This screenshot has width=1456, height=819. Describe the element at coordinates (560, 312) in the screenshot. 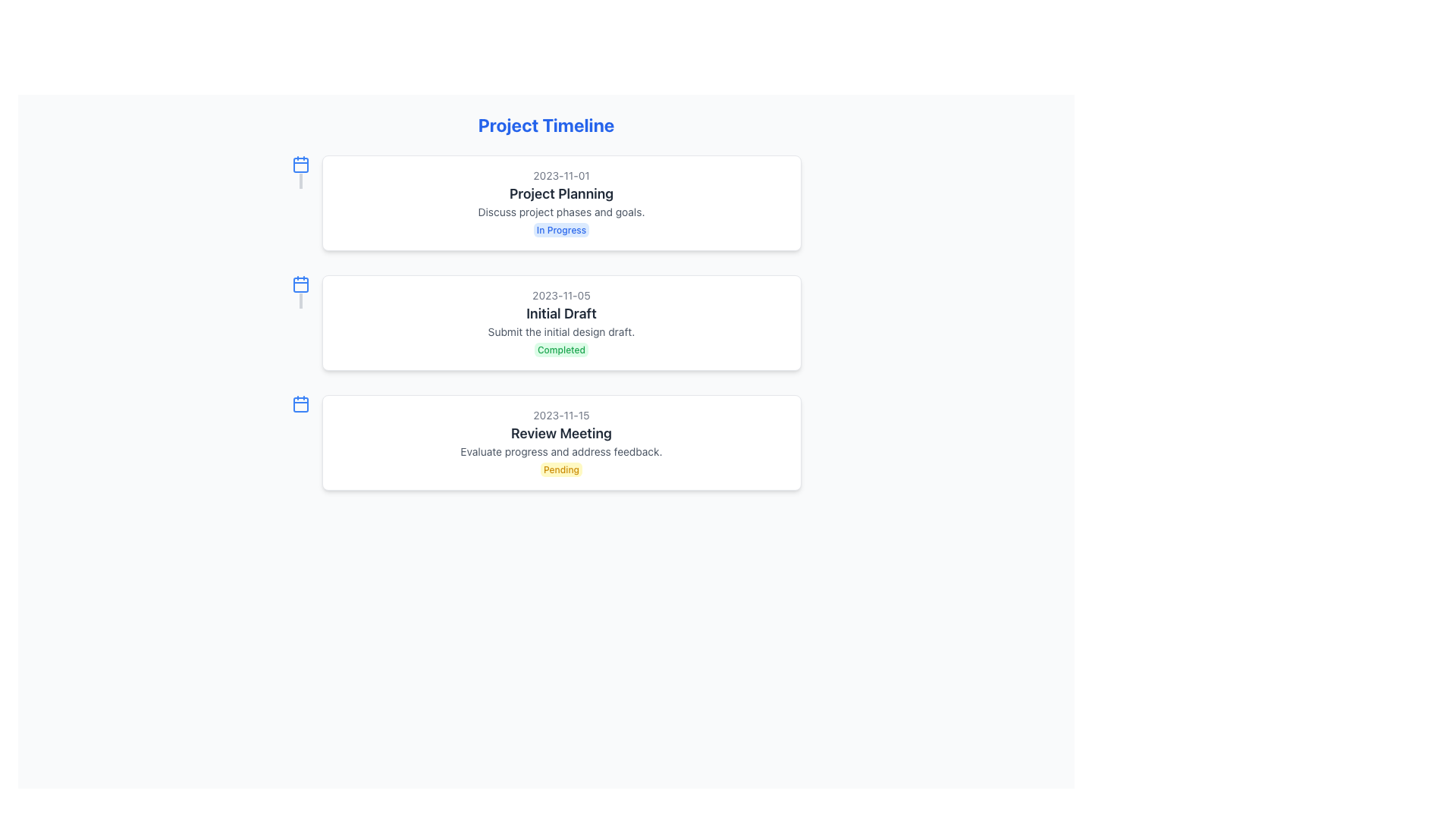

I see `the 'Initial Draft' text label, which is bold and dark gray, located below the date '2023-11-05' and above the description 'Submit the initial design draft.'` at that location.